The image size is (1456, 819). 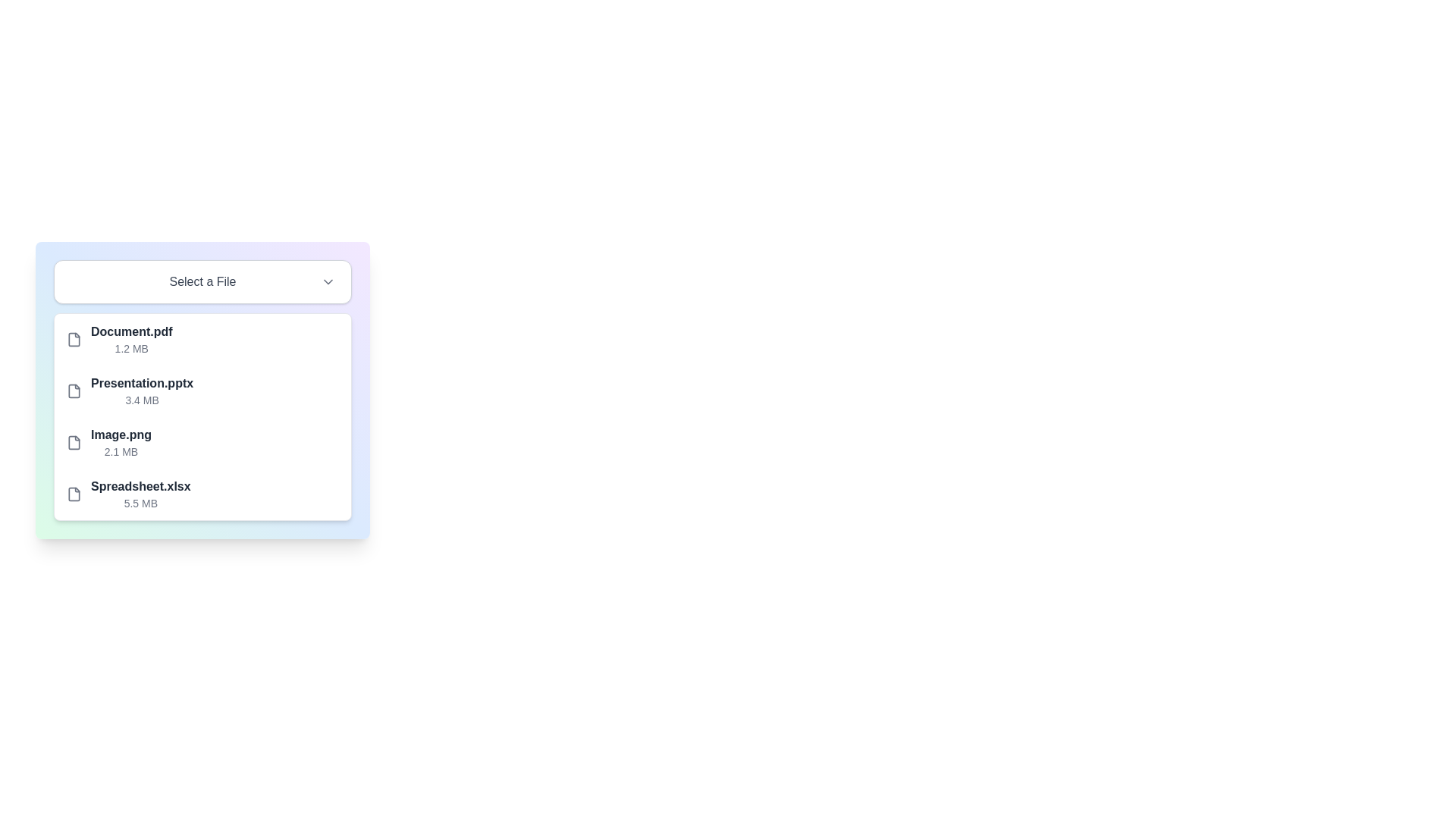 What do you see at coordinates (73, 390) in the screenshot?
I see `the Document/File icon located to the left of the filename 'Presentation.pptx' in the second row of the file list` at bounding box center [73, 390].